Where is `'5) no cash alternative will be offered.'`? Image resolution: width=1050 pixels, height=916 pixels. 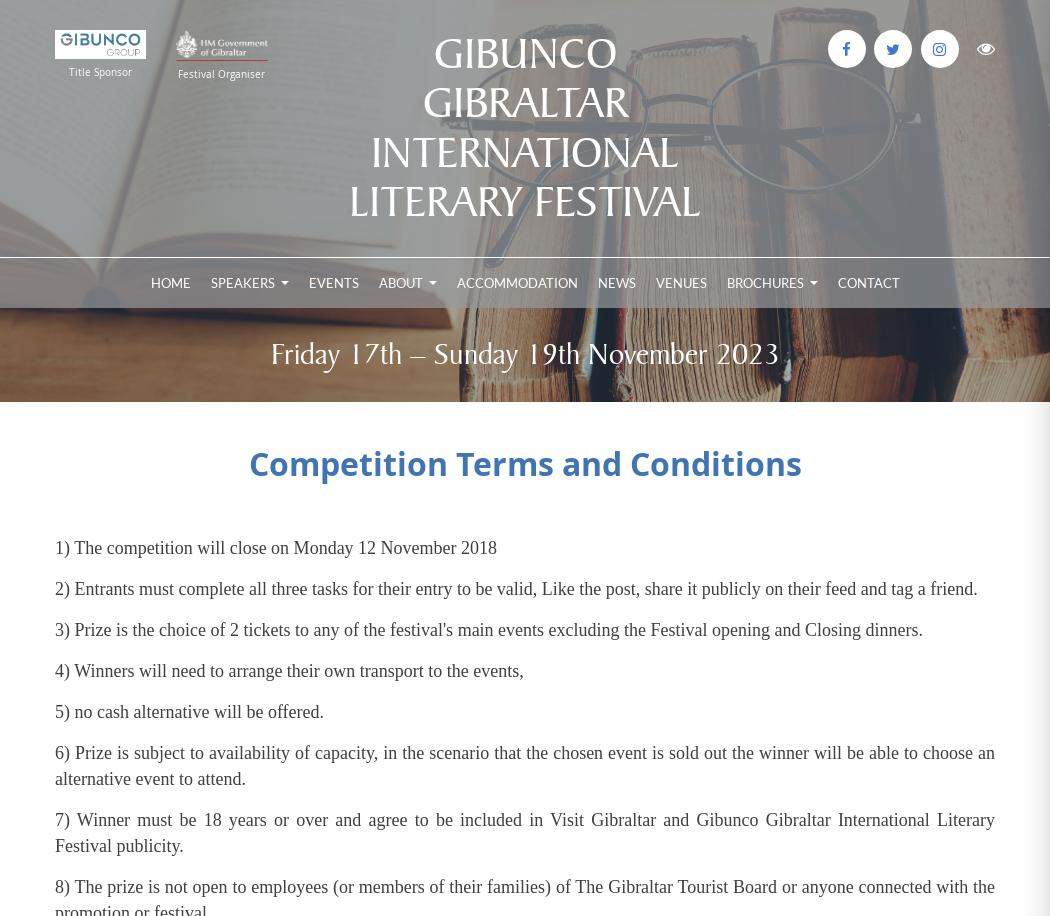 '5) no cash alternative will be offered.' is located at coordinates (190, 712).